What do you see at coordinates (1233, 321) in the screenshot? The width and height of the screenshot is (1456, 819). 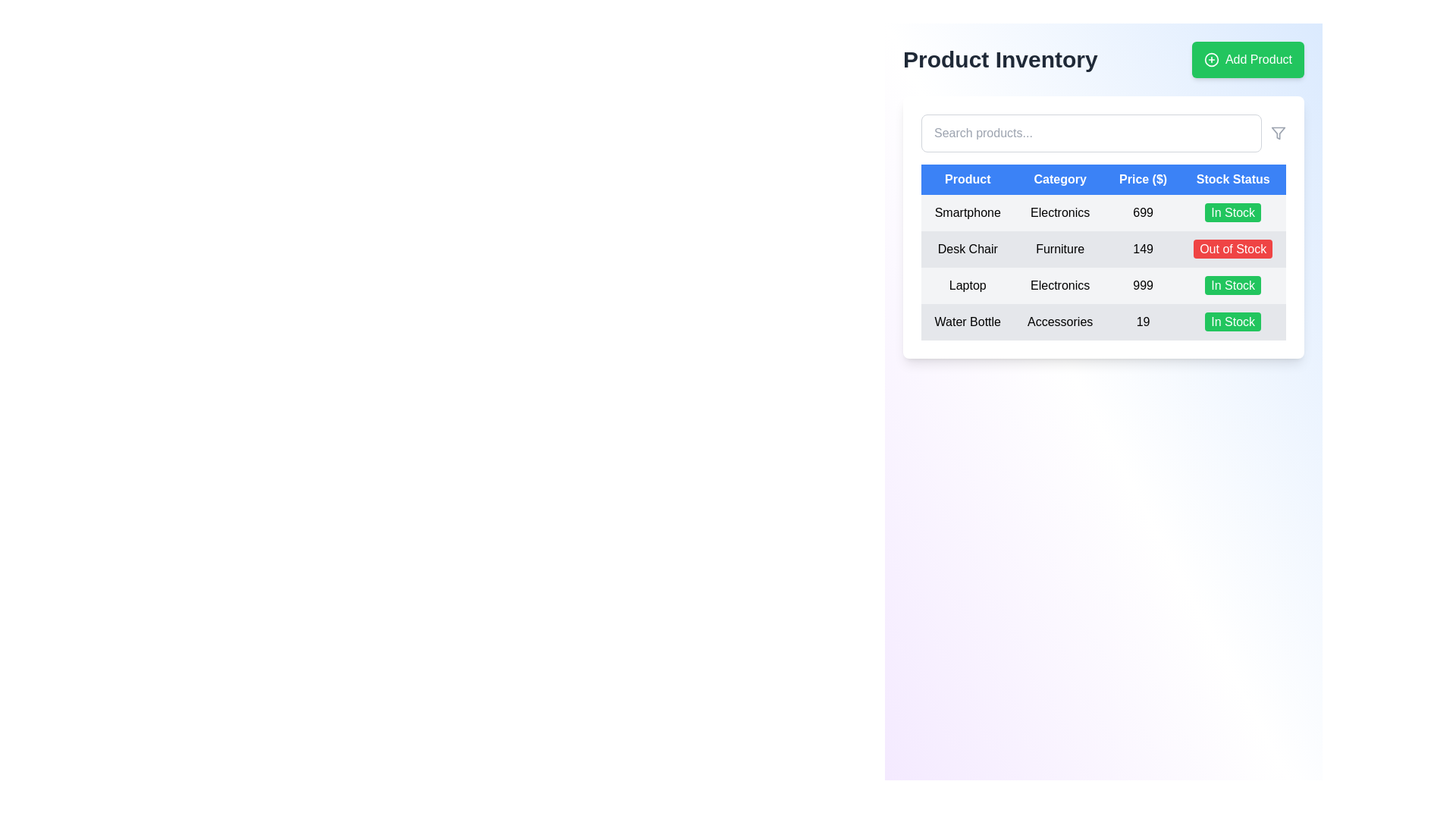 I see `the green rectangular badge with rounded corners that displays 'In Stock', located in the last row of the table under the 'Stock Status' column for the product 'Water Bottle'` at bounding box center [1233, 321].